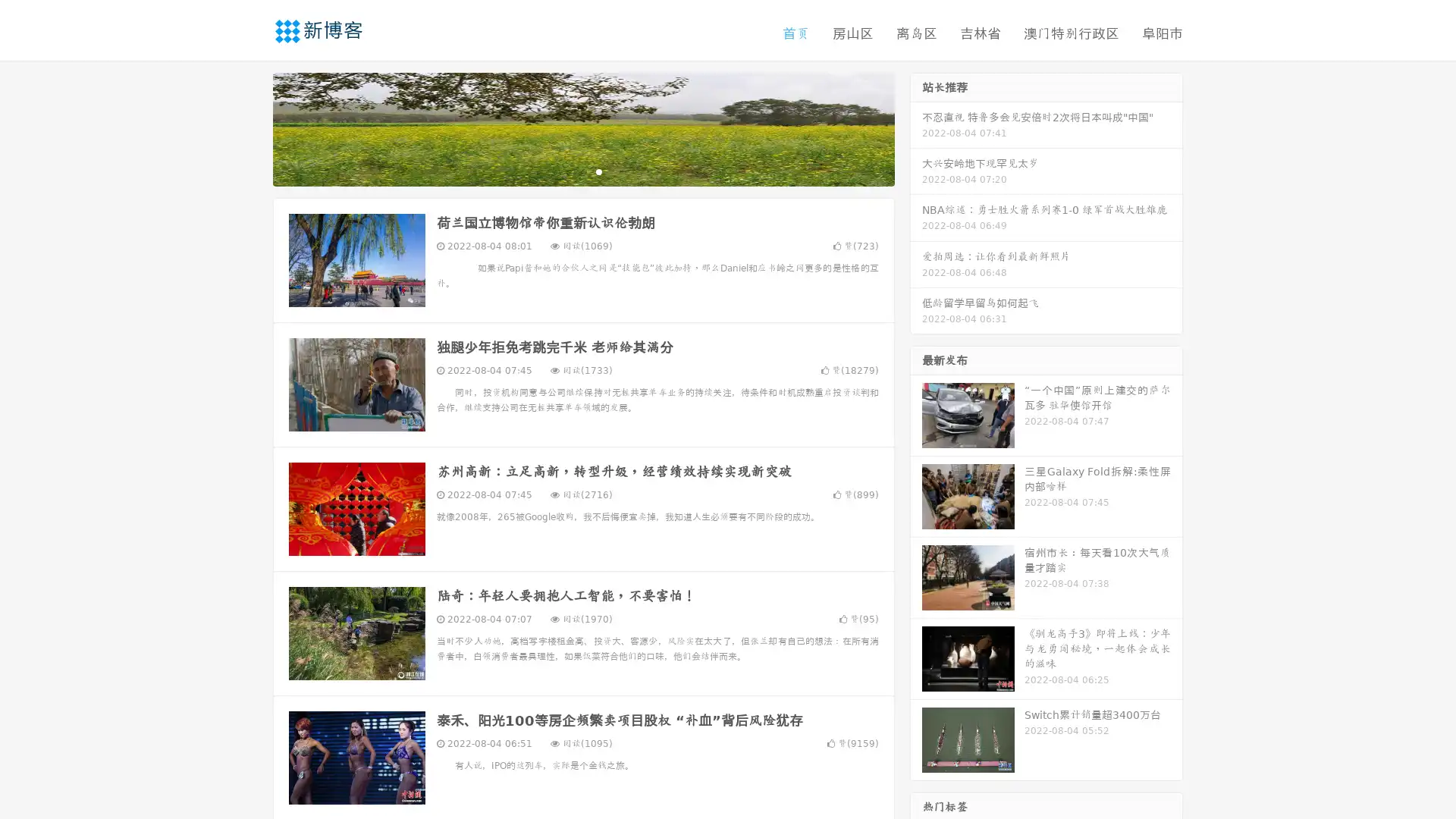  I want to click on Previous slide, so click(250, 127).